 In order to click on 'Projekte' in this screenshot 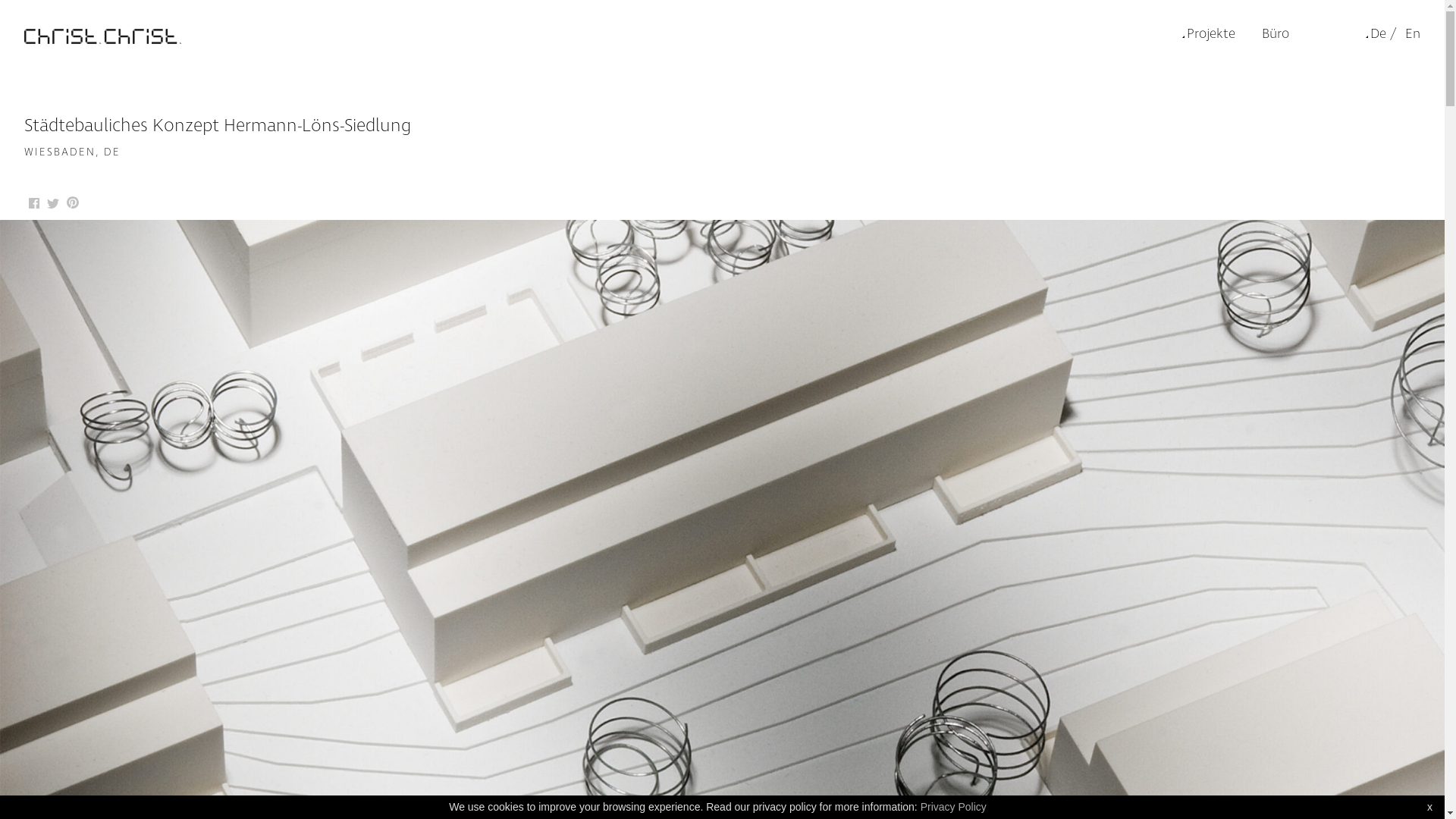, I will do `click(1181, 33)`.